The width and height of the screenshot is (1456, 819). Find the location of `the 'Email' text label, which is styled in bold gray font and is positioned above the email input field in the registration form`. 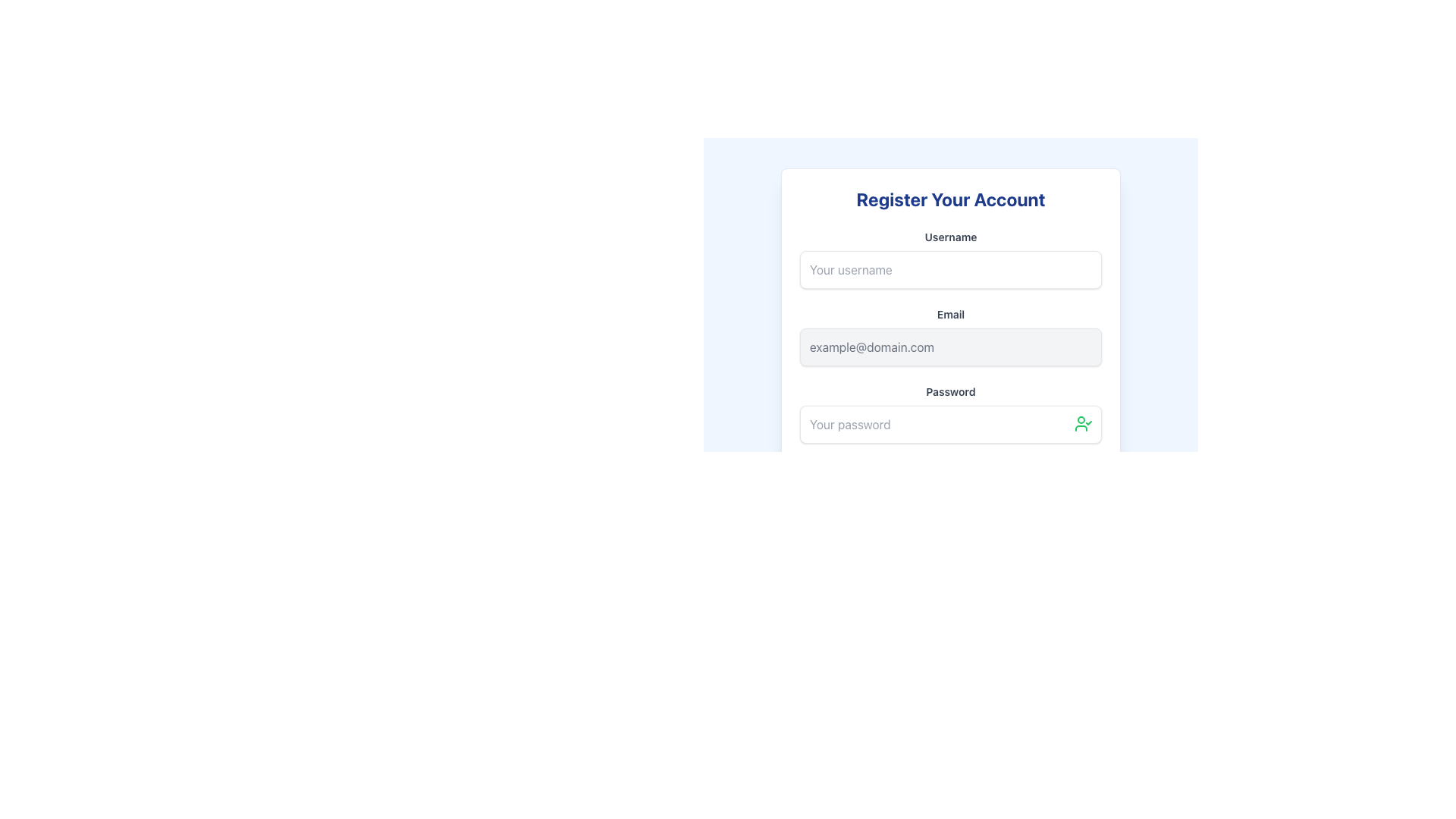

the 'Email' text label, which is styled in bold gray font and is positioned above the email input field in the registration form is located at coordinates (949, 314).